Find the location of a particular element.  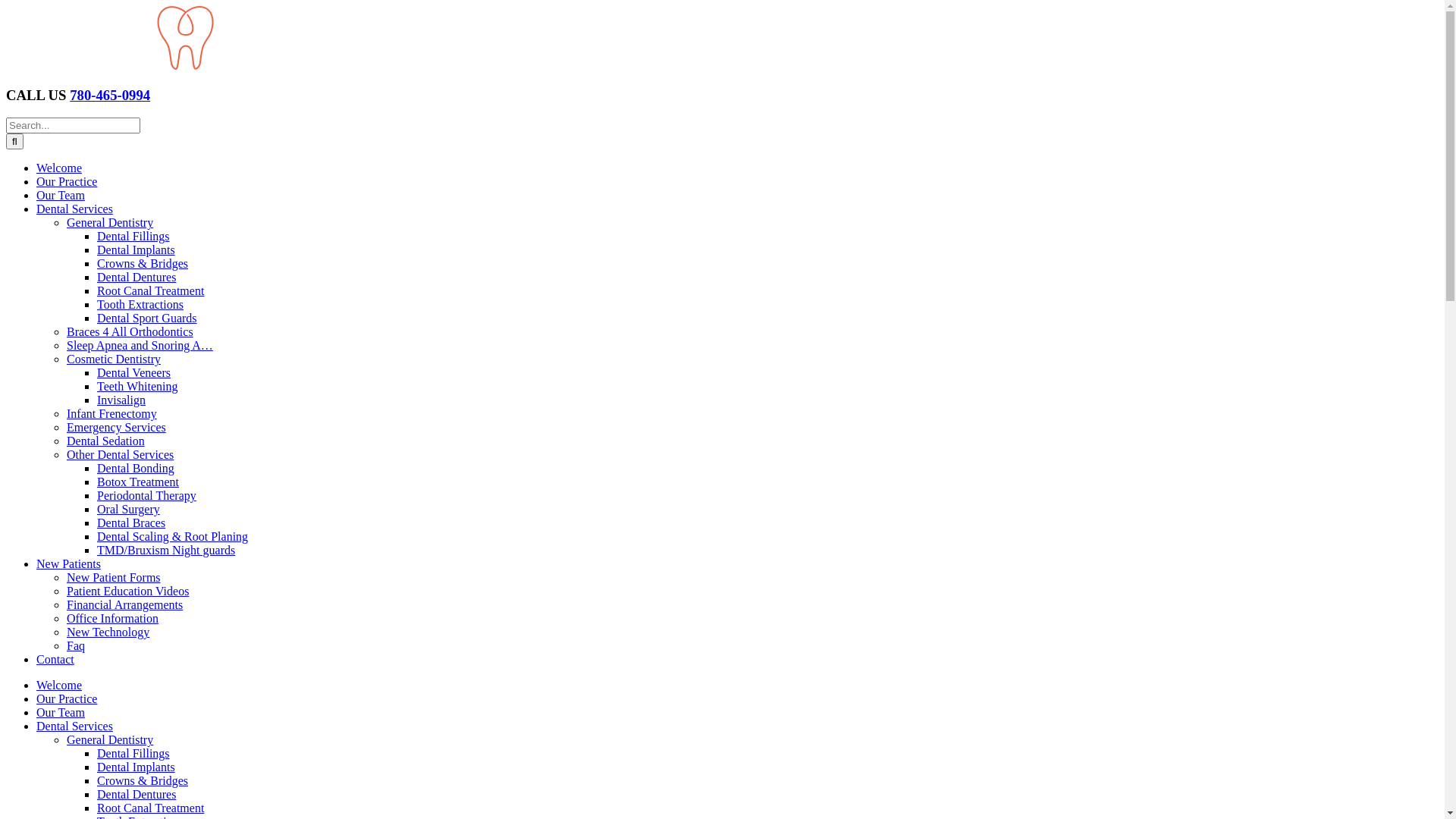

'Teeth Whitening' is located at coordinates (137, 385).